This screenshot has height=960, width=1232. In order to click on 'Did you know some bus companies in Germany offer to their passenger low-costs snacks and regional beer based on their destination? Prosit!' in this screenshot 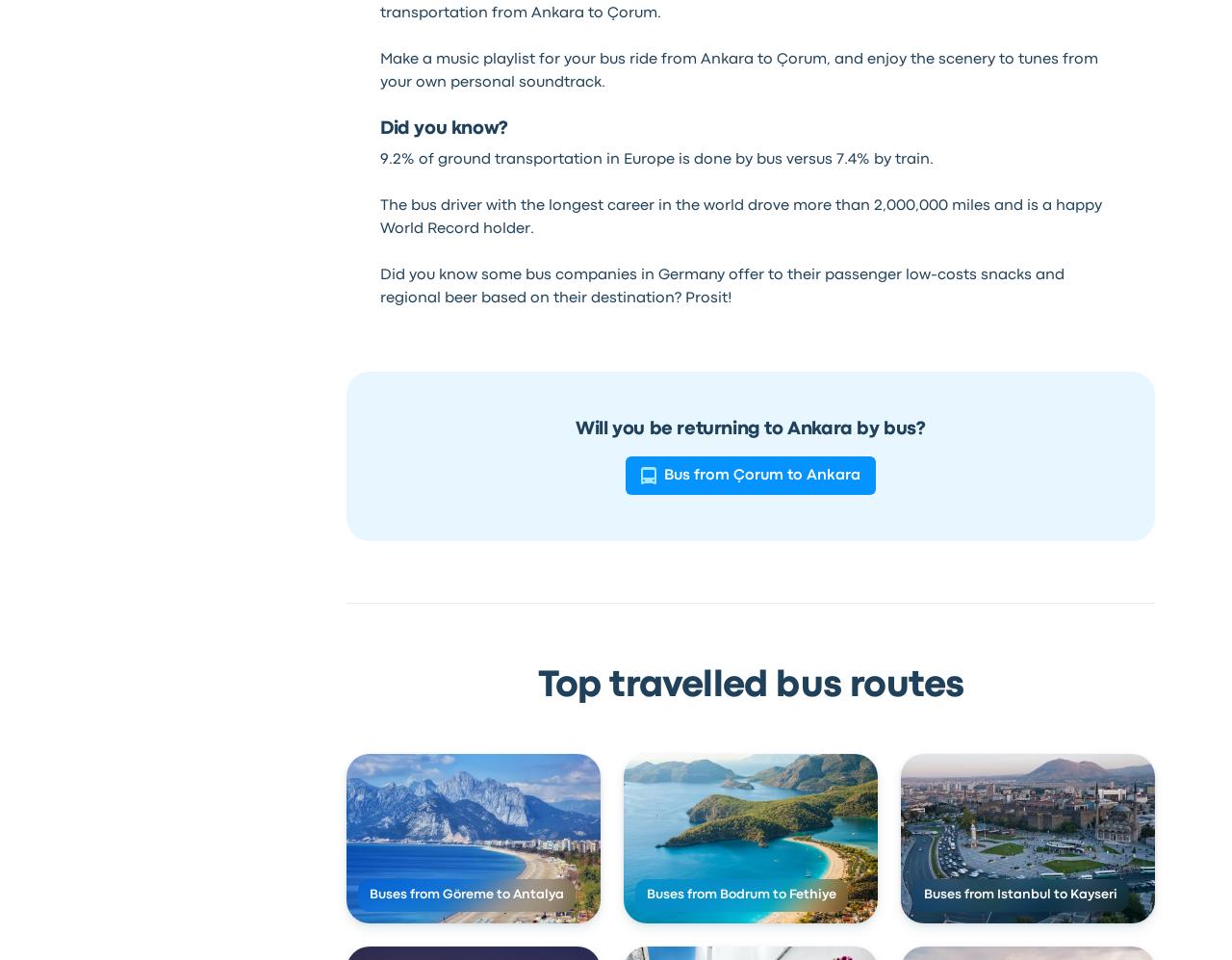, I will do `click(378, 286)`.